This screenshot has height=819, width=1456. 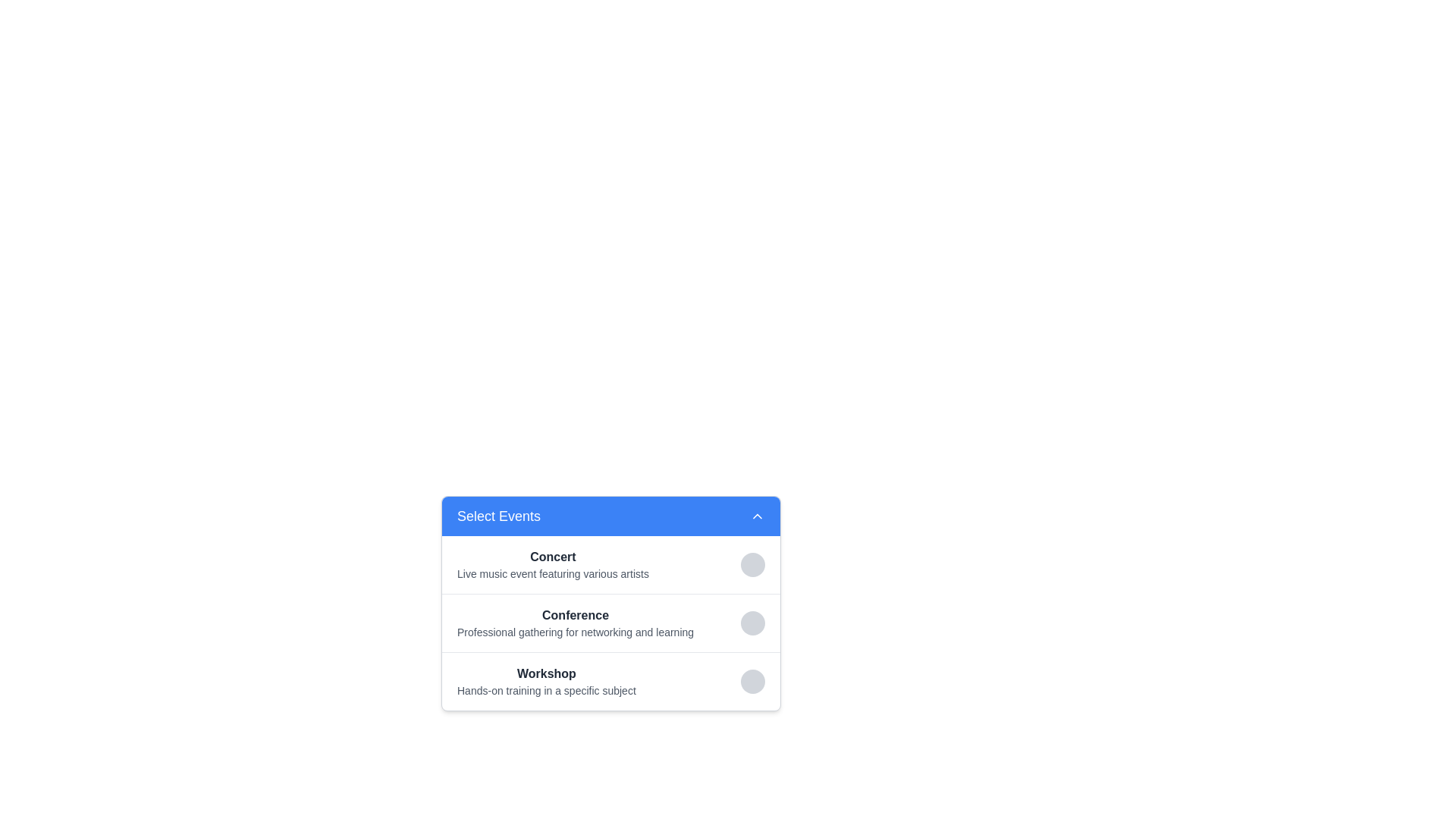 What do you see at coordinates (546, 690) in the screenshot?
I see `the static text label displaying 'Hands-on training in a specific subject', which is positioned below the bold title 'Workshop'` at bounding box center [546, 690].